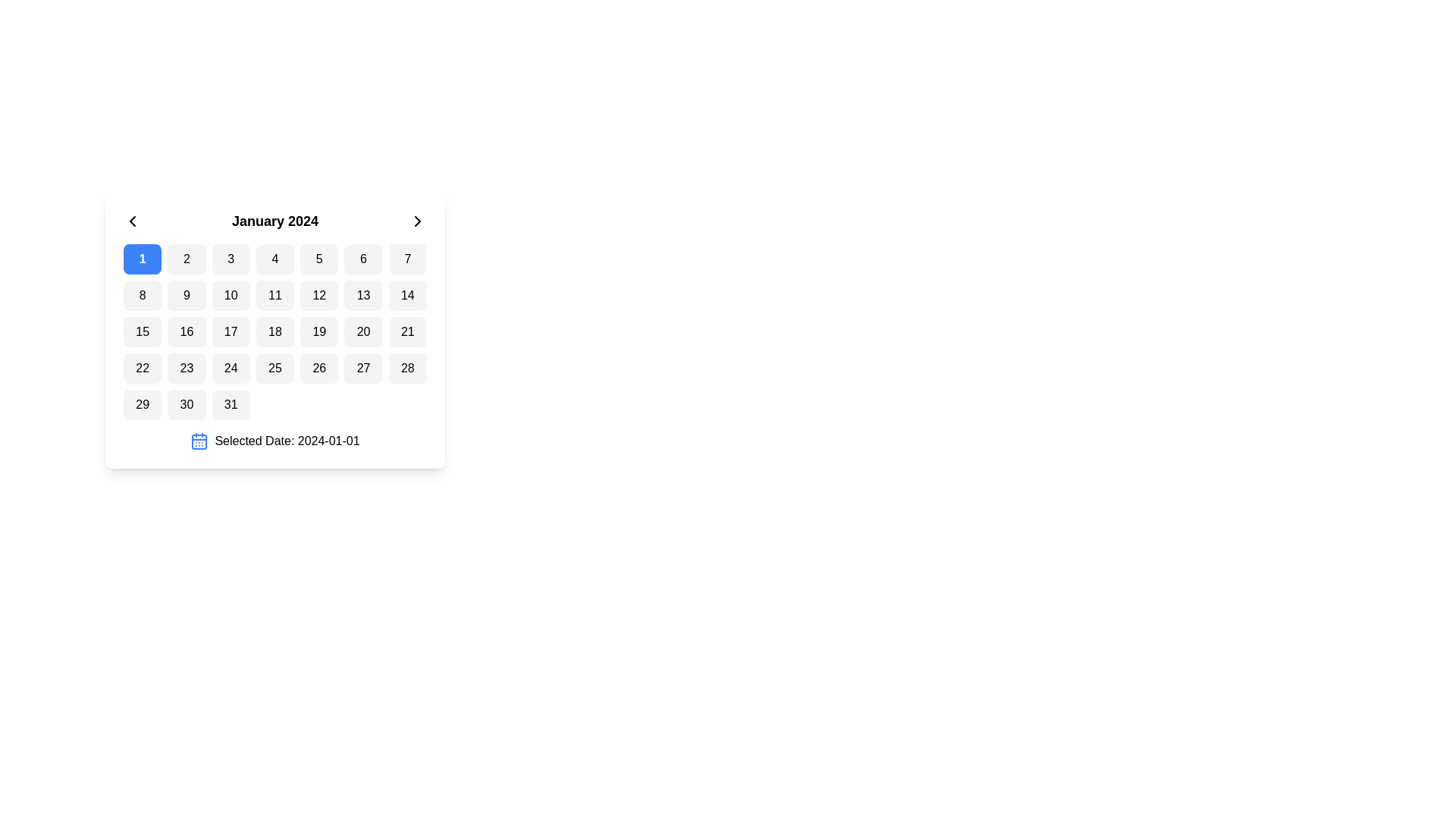  Describe the element at coordinates (143, 331) in the screenshot. I see `the calendar grid cell displaying the number '15' located in the third row and first column of the calendar` at that location.